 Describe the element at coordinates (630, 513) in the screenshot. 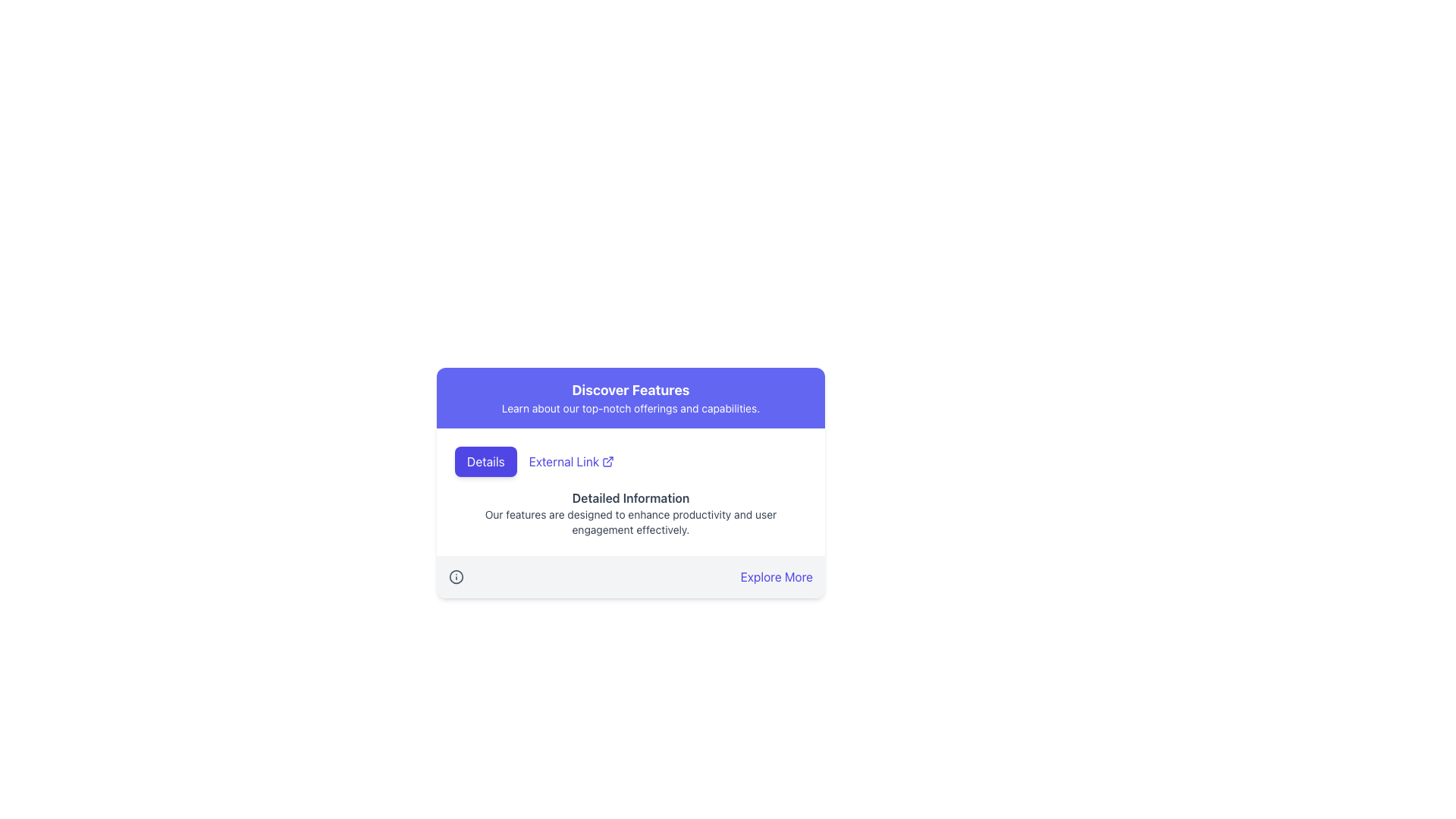

I see `the text block titled 'Detailed Information' that describes features designed to enhance productivity and user engagement` at that location.